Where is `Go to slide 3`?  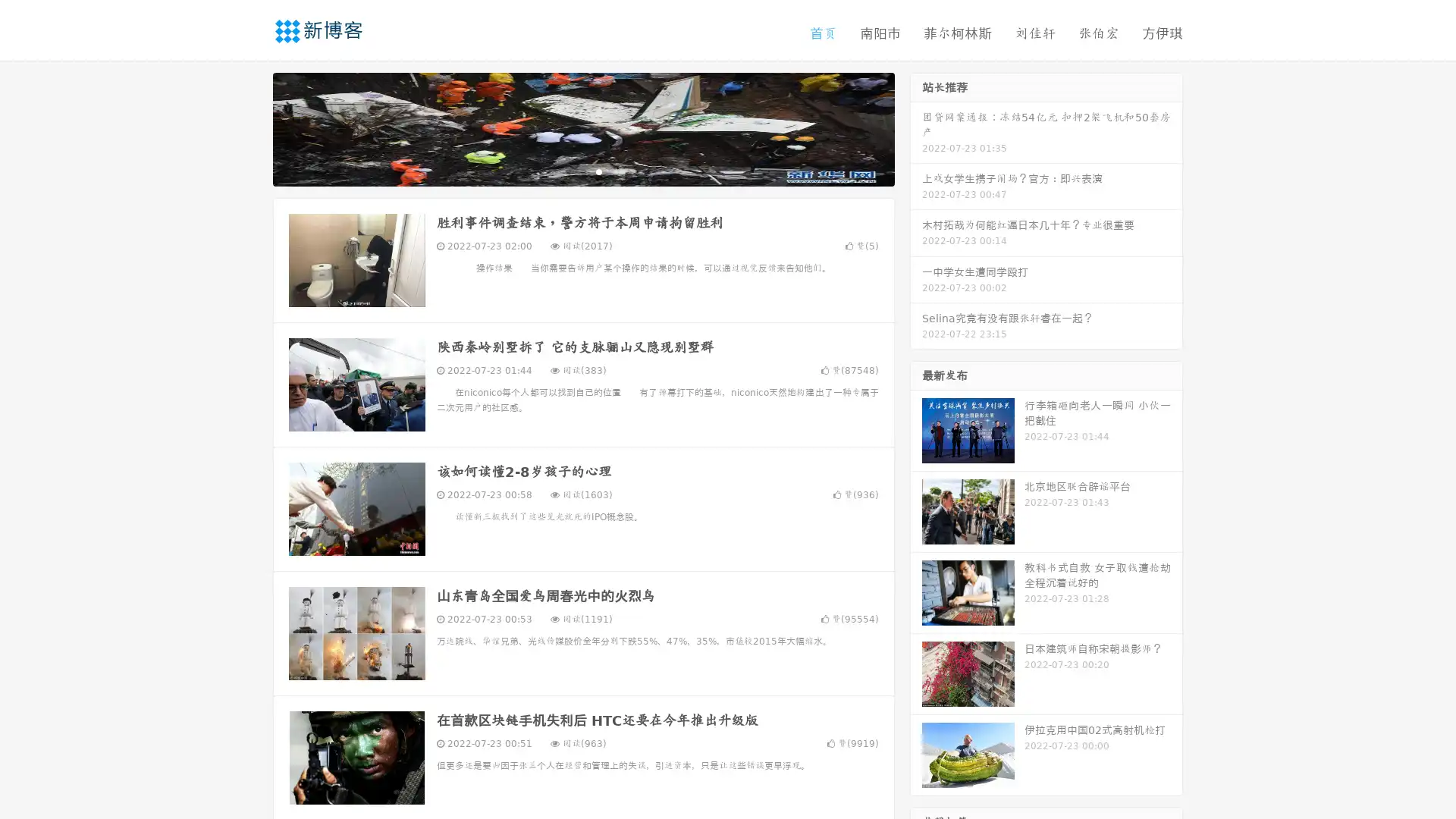
Go to slide 3 is located at coordinates (598, 171).